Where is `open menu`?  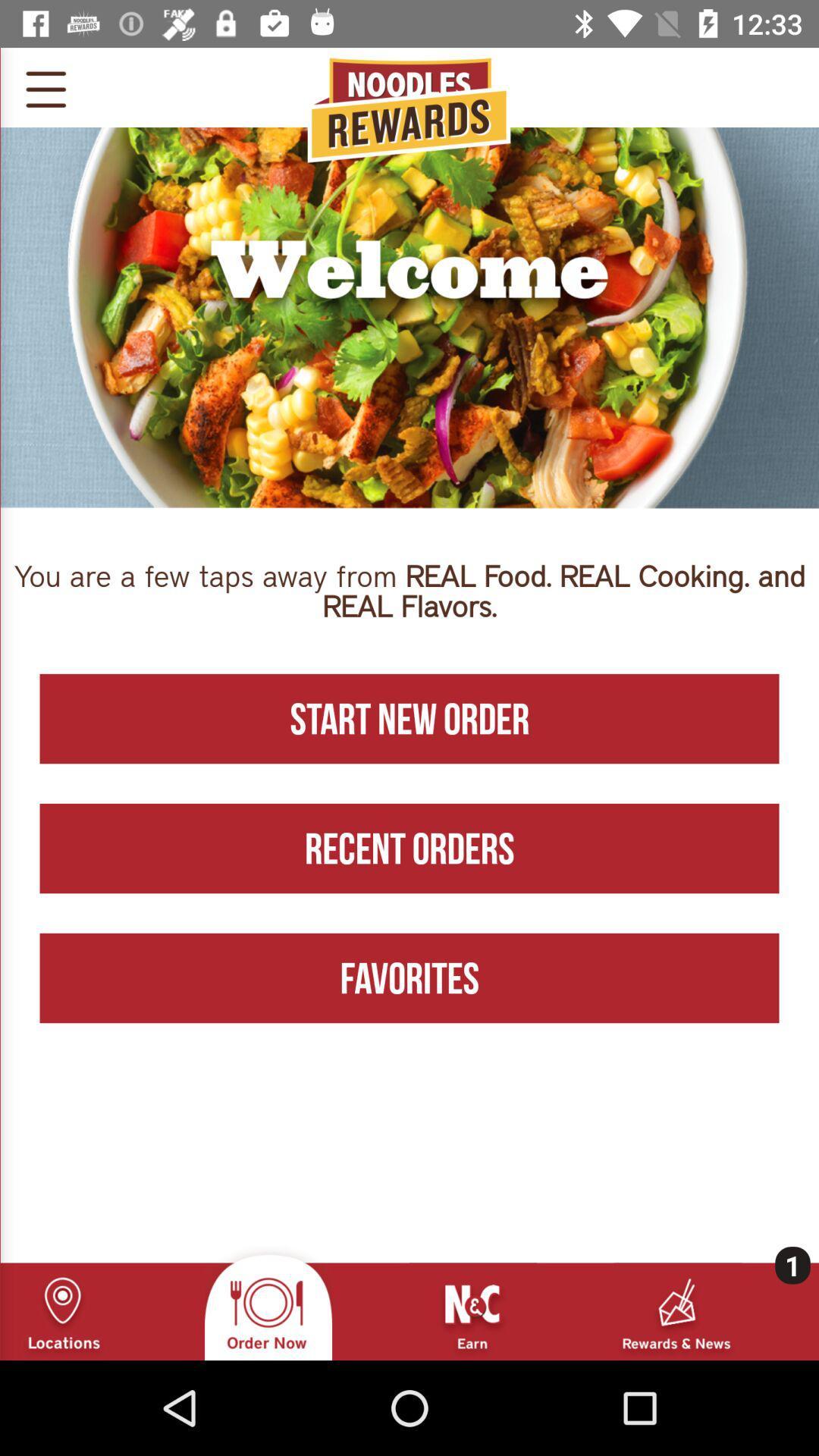 open menu is located at coordinates (45, 86).